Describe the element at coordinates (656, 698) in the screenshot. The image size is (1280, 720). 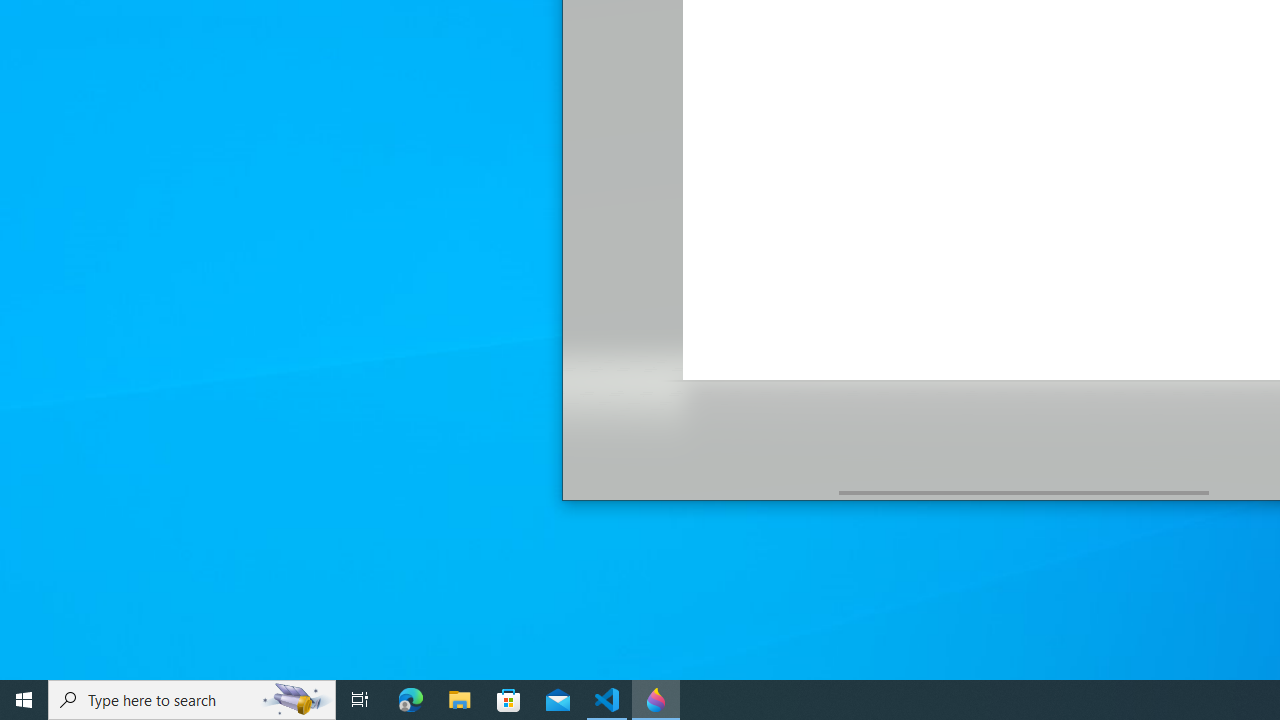
I see `'Paint 3D - 1 running window'` at that location.